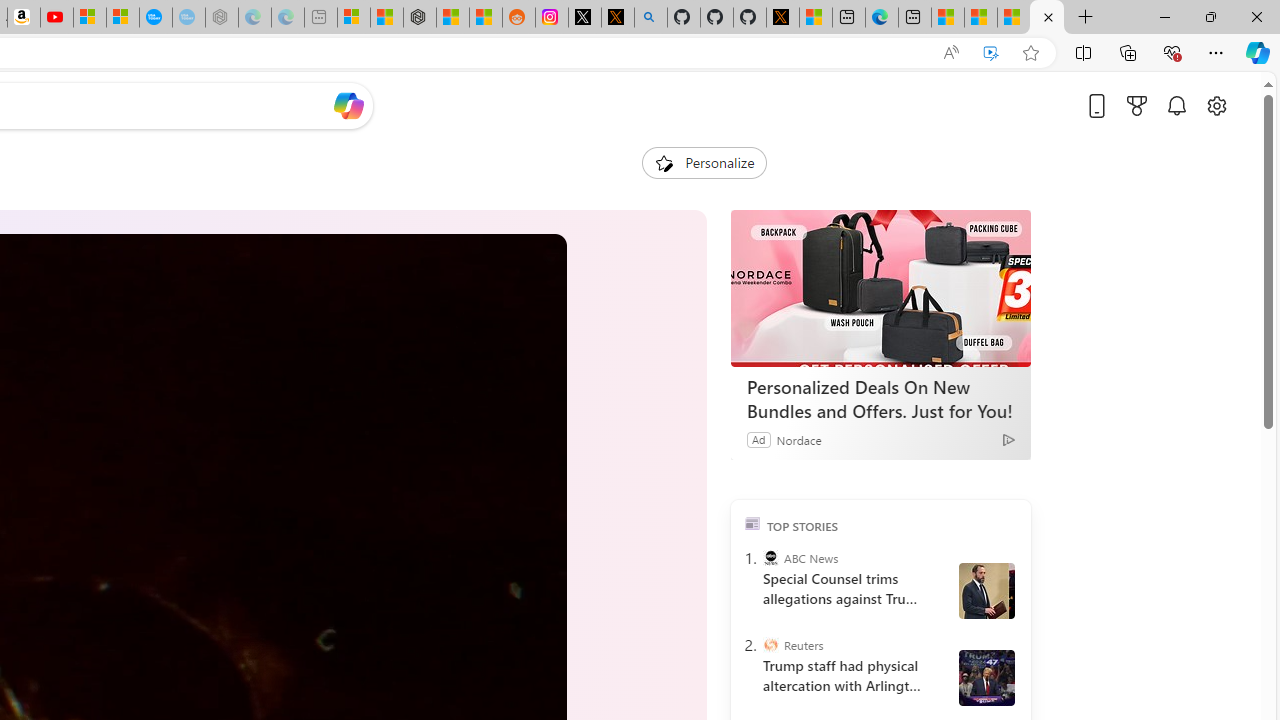 This screenshot has height=720, width=1280. What do you see at coordinates (584, 17) in the screenshot?
I see `'Log in to X / X'` at bounding box center [584, 17].